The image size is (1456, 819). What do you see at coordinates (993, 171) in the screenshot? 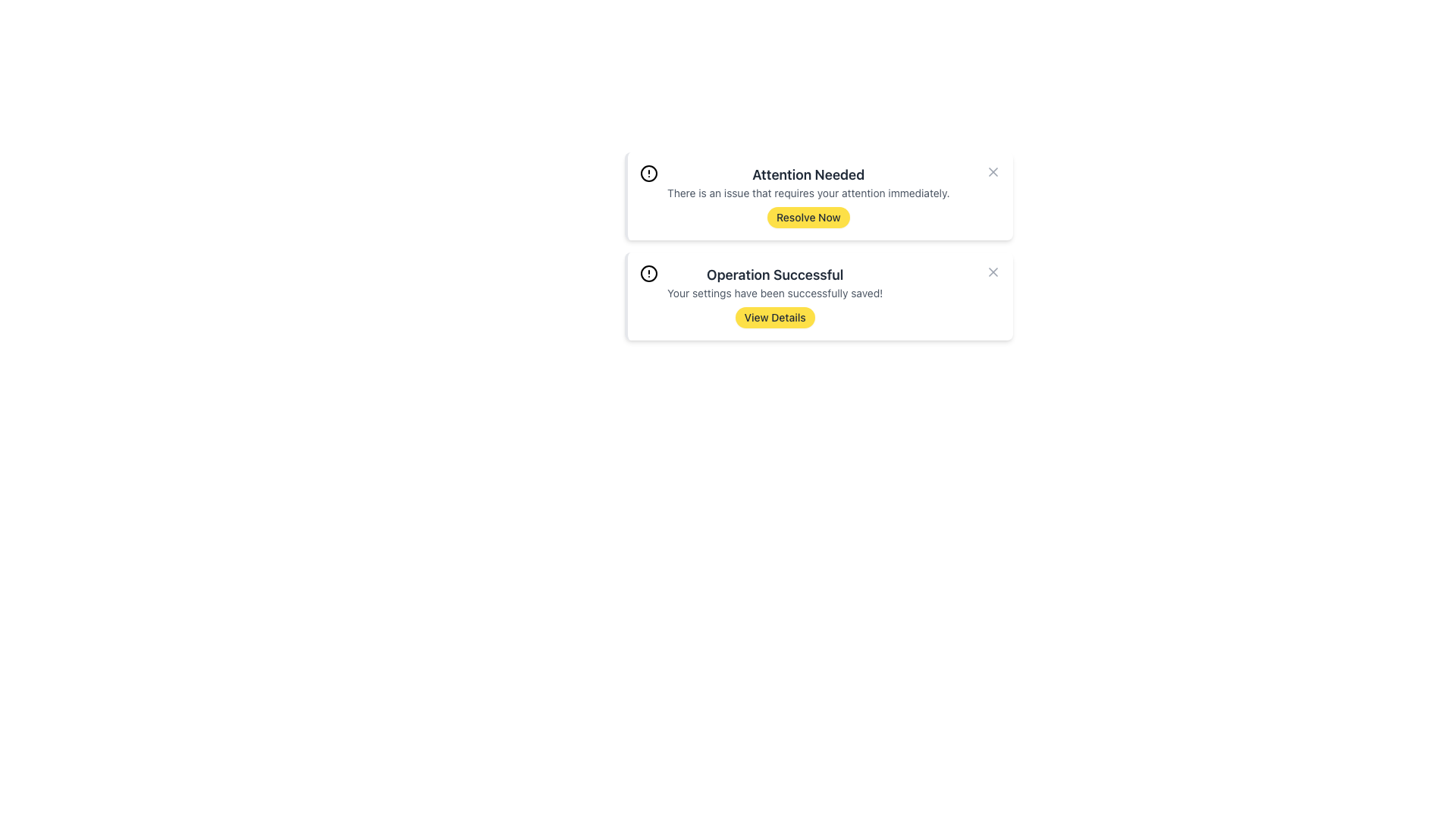
I see `the close icon located in the top-right corner of the 'Attention Needed' notification` at bounding box center [993, 171].